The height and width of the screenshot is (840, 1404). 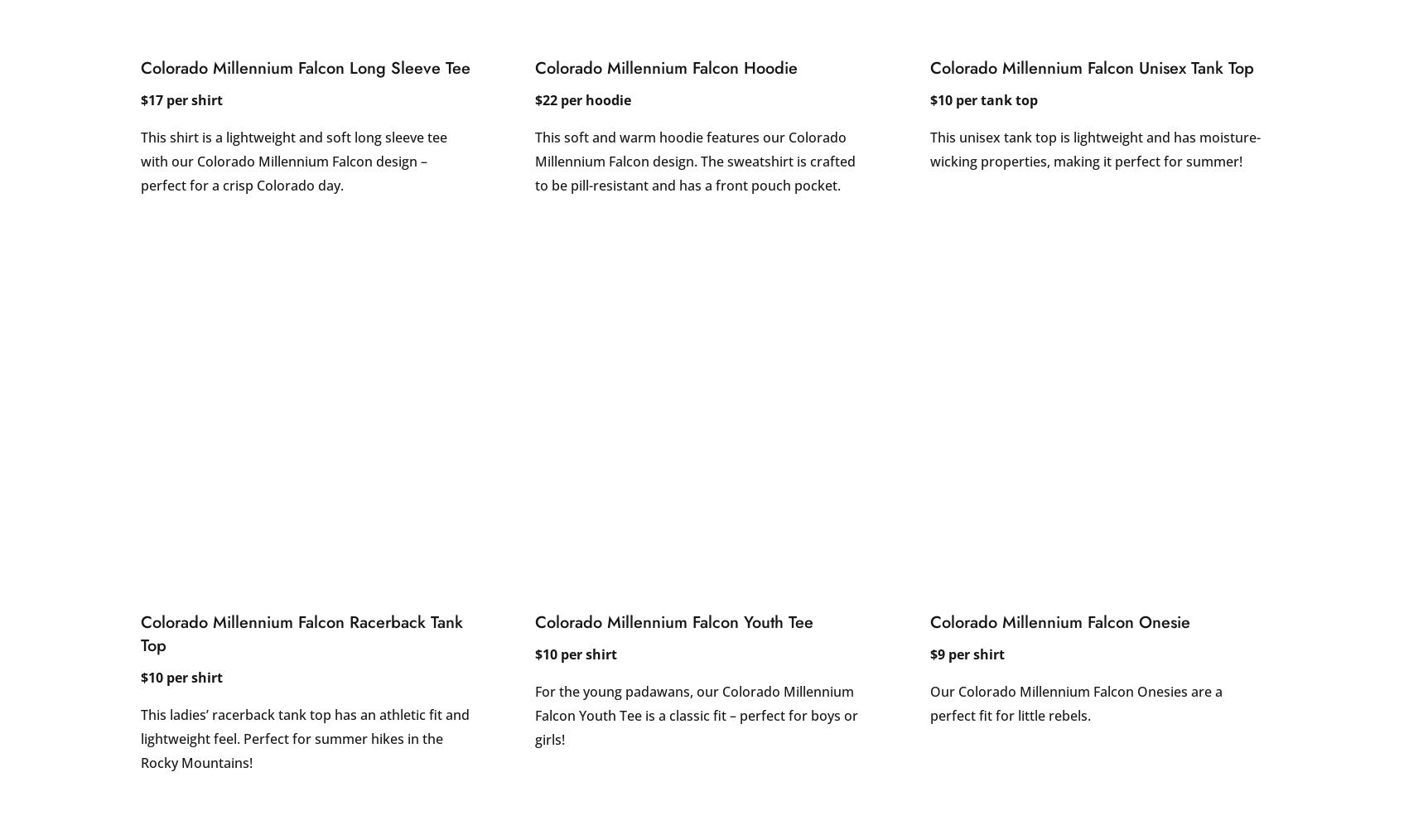 I want to click on 'Colorado Millennium Falcon Unisex Tank Top', so click(x=929, y=67).